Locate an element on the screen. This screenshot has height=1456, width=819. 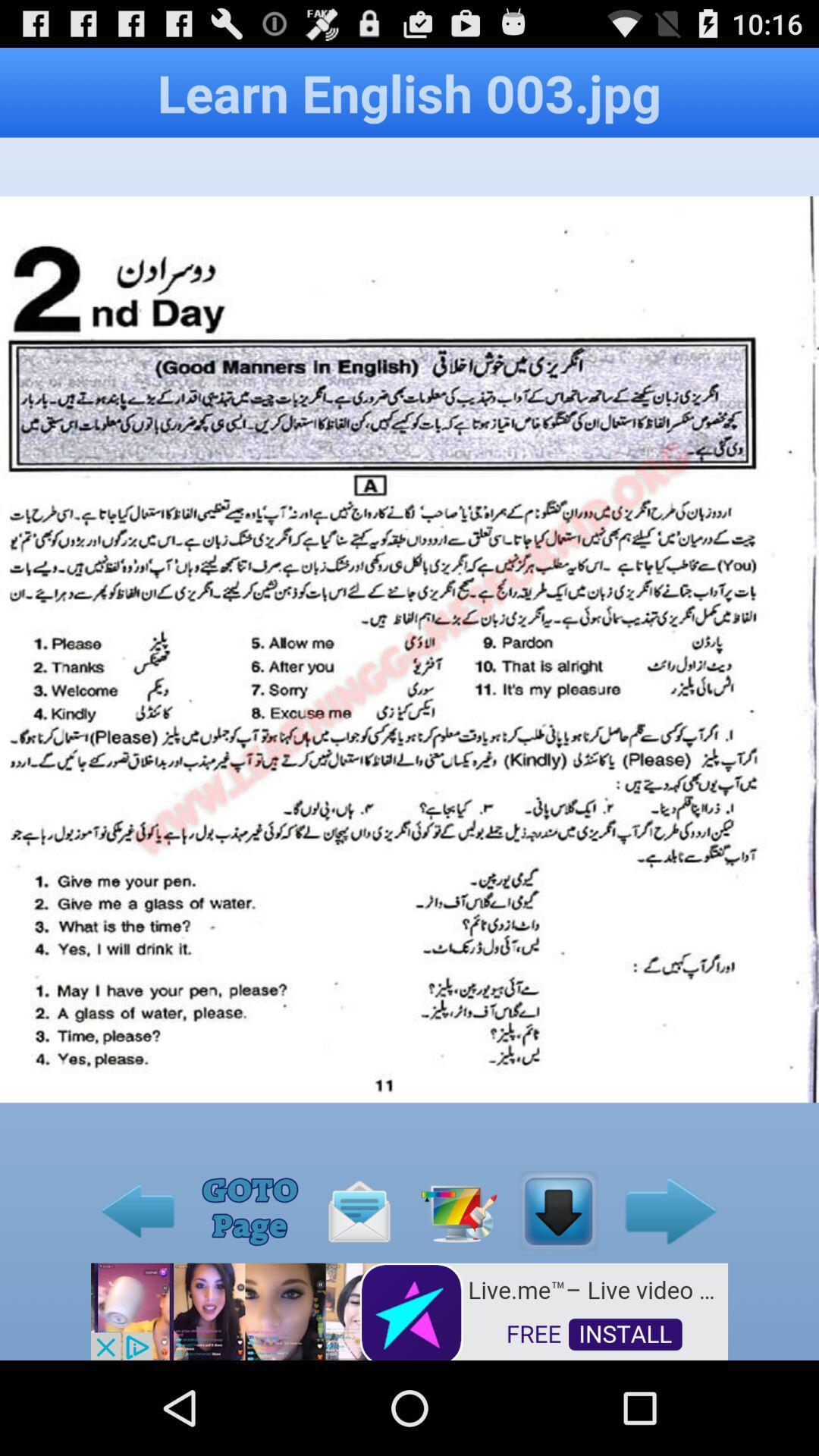
the email icon is located at coordinates (369, 1295).